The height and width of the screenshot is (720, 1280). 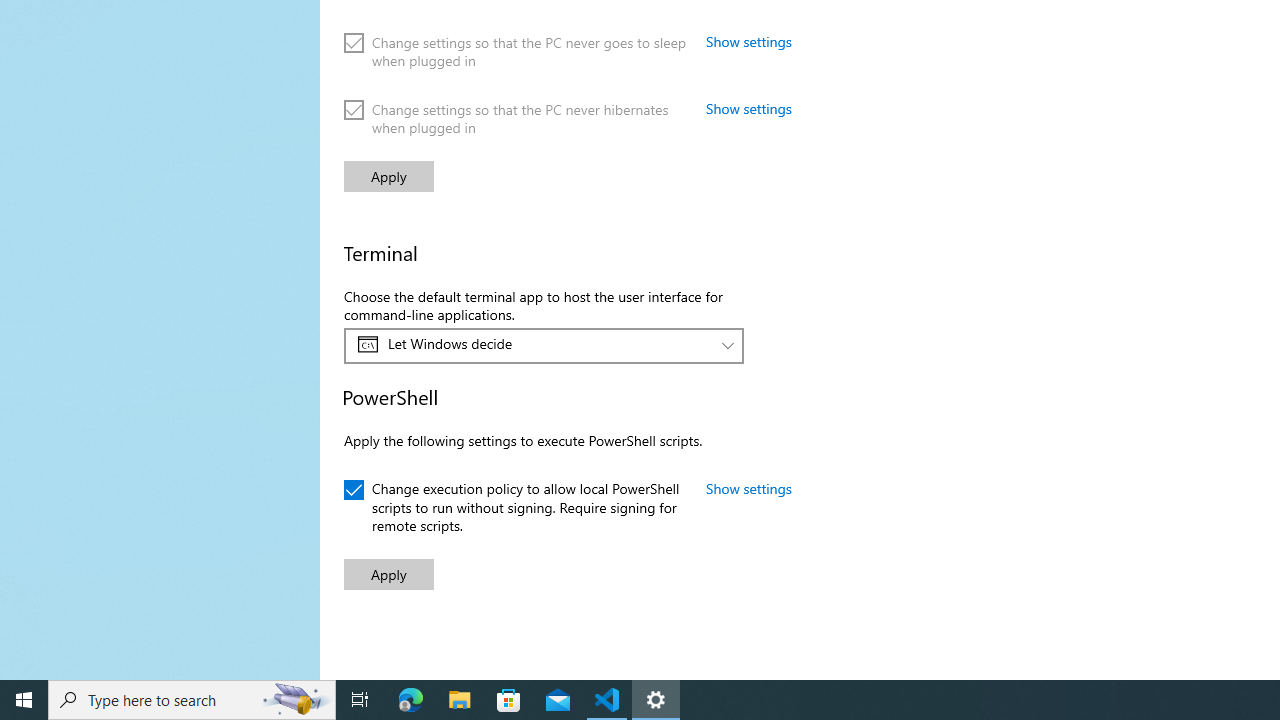 I want to click on 'Start', so click(x=24, y=698).